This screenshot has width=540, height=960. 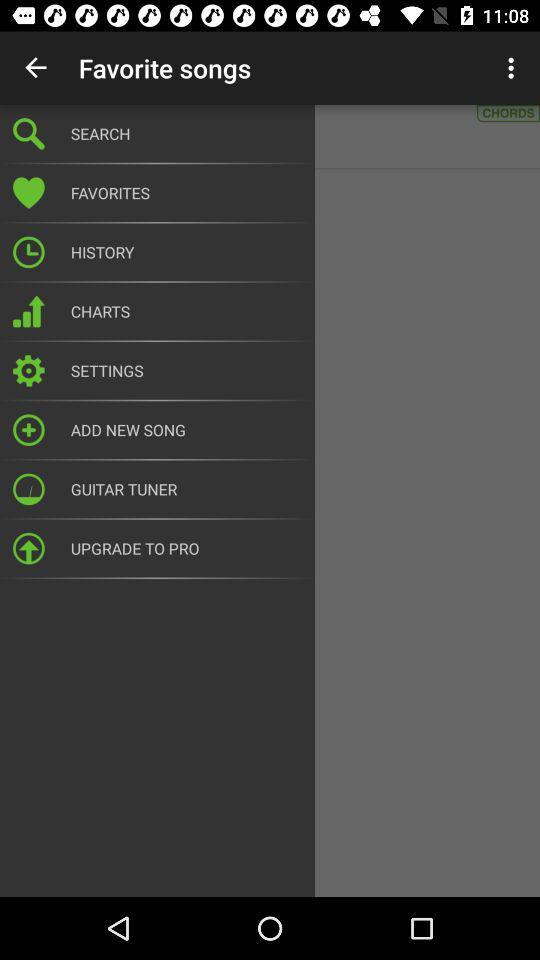 I want to click on settings icon, so click(x=186, y=369).